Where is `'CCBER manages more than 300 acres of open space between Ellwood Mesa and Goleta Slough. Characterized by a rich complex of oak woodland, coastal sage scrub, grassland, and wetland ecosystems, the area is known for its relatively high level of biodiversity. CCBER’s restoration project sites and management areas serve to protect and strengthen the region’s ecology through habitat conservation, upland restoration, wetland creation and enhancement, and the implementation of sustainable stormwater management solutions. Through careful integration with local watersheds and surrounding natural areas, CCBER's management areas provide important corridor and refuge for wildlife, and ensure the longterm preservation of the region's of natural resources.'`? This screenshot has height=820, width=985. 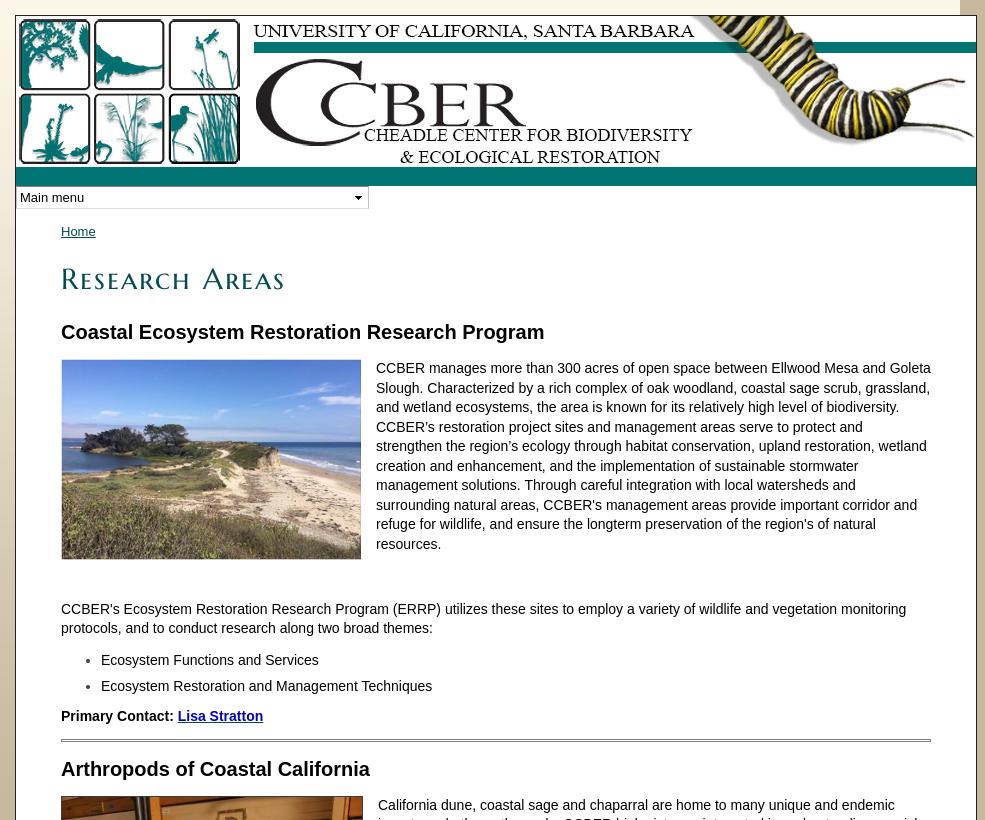
'CCBER manages more than 300 acres of open space between Ellwood Mesa and Goleta Slough. Characterized by a rich complex of oak woodland, coastal sage scrub, grassland, and wetland ecosystems, the area is known for its relatively high level of biodiversity. CCBER’s restoration project sites and management areas serve to protect and strengthen the region’s ecology through habitat conservation, upland restoration, wetland creation and enhancement, and the implementation of sustainable stormwater management solutions. Through careful integration with local watersheds and surrounding natural areas, CCBER's management areas provide important corridor and refuge for wildlife, and ensure the longterm preservation of the region's of natural resources.' is located at coordinates (651, 454).